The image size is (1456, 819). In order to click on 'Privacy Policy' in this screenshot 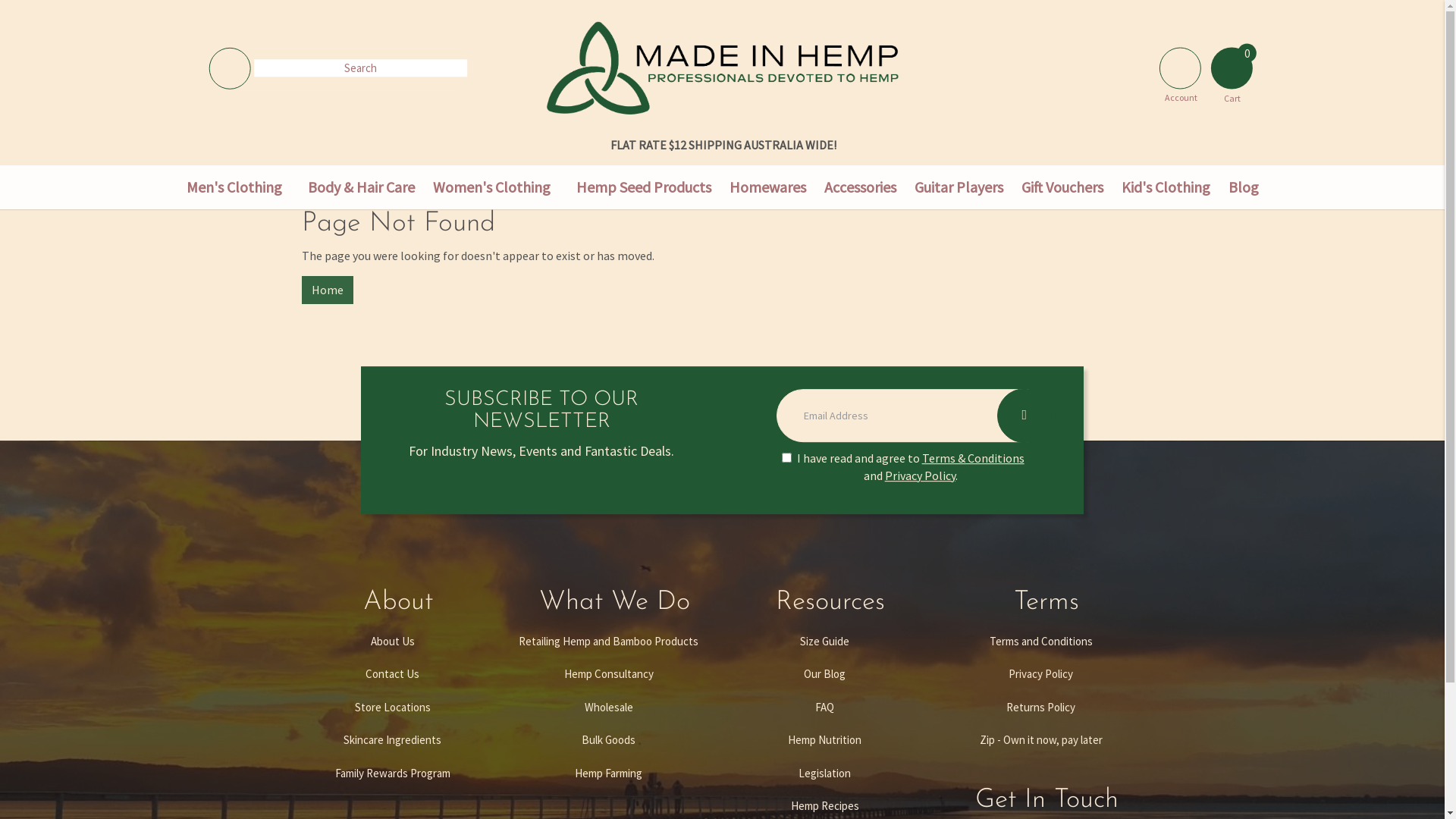, I will do `click(919, 475)`.